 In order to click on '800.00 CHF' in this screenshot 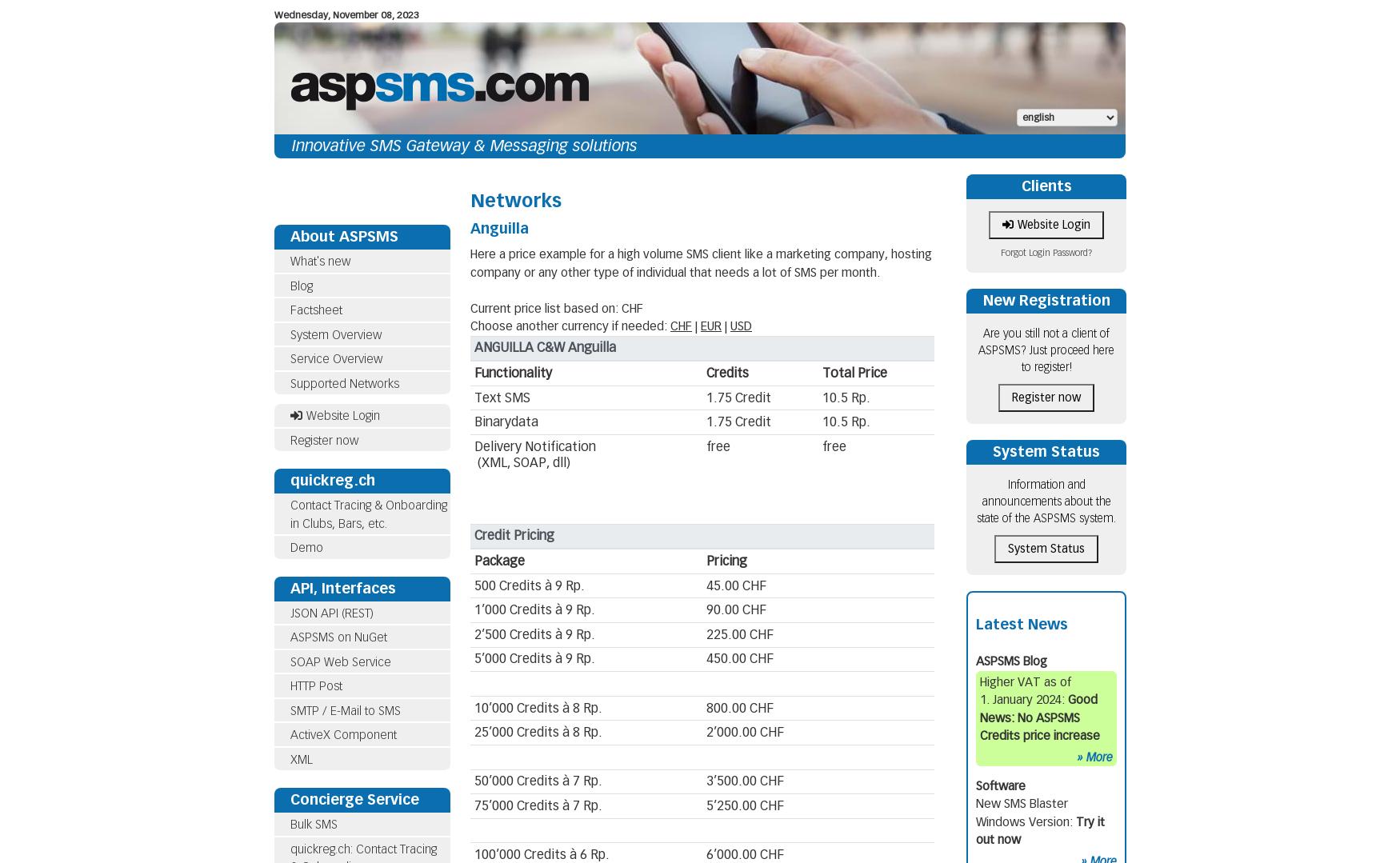, I will do `click(738, 706)`.